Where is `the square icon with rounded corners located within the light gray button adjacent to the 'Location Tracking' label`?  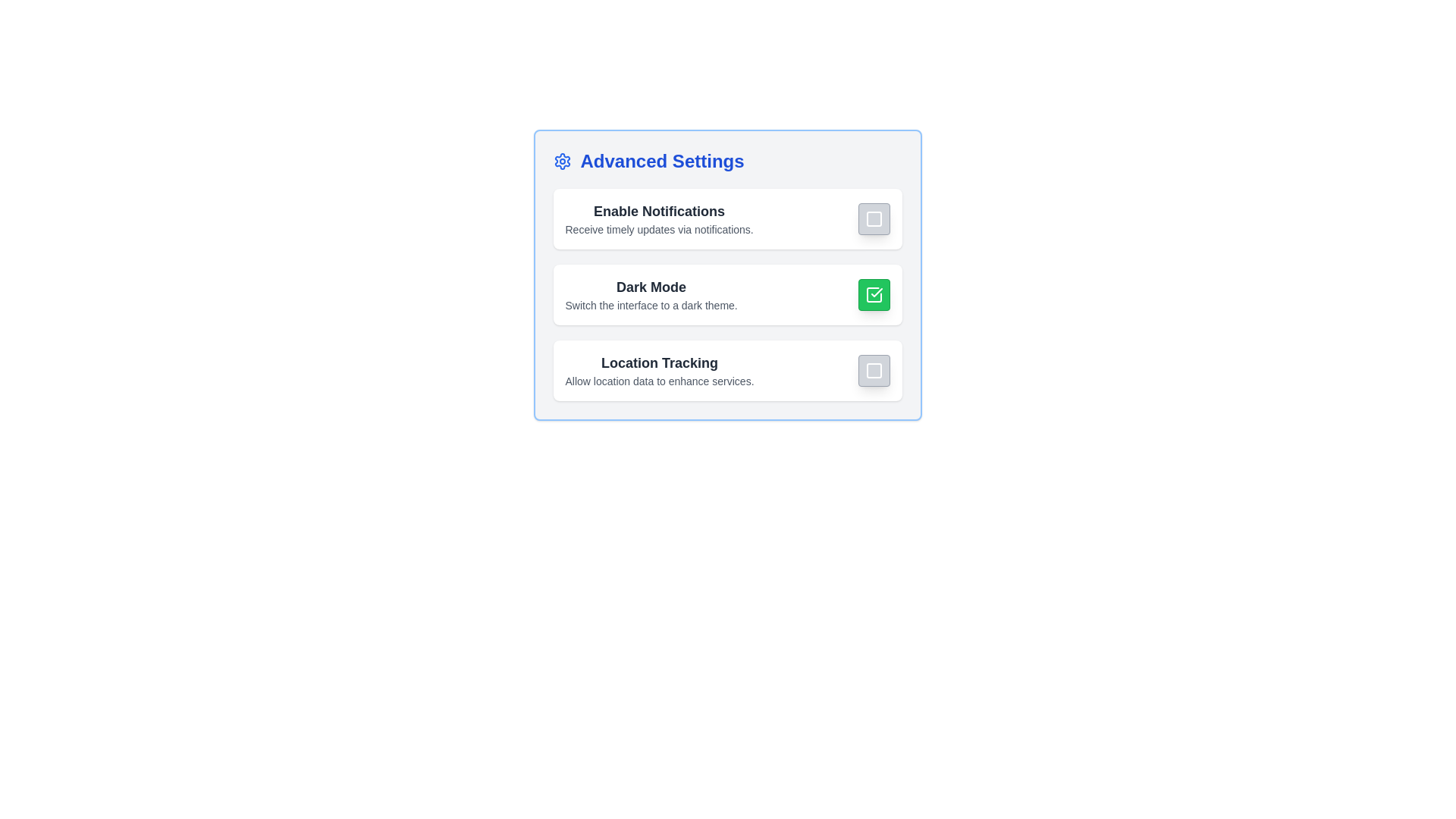
the square icon with rounded corners located within the light gray button adjacent to the 'Location Tracking' label is located at coordinates (874, 371).